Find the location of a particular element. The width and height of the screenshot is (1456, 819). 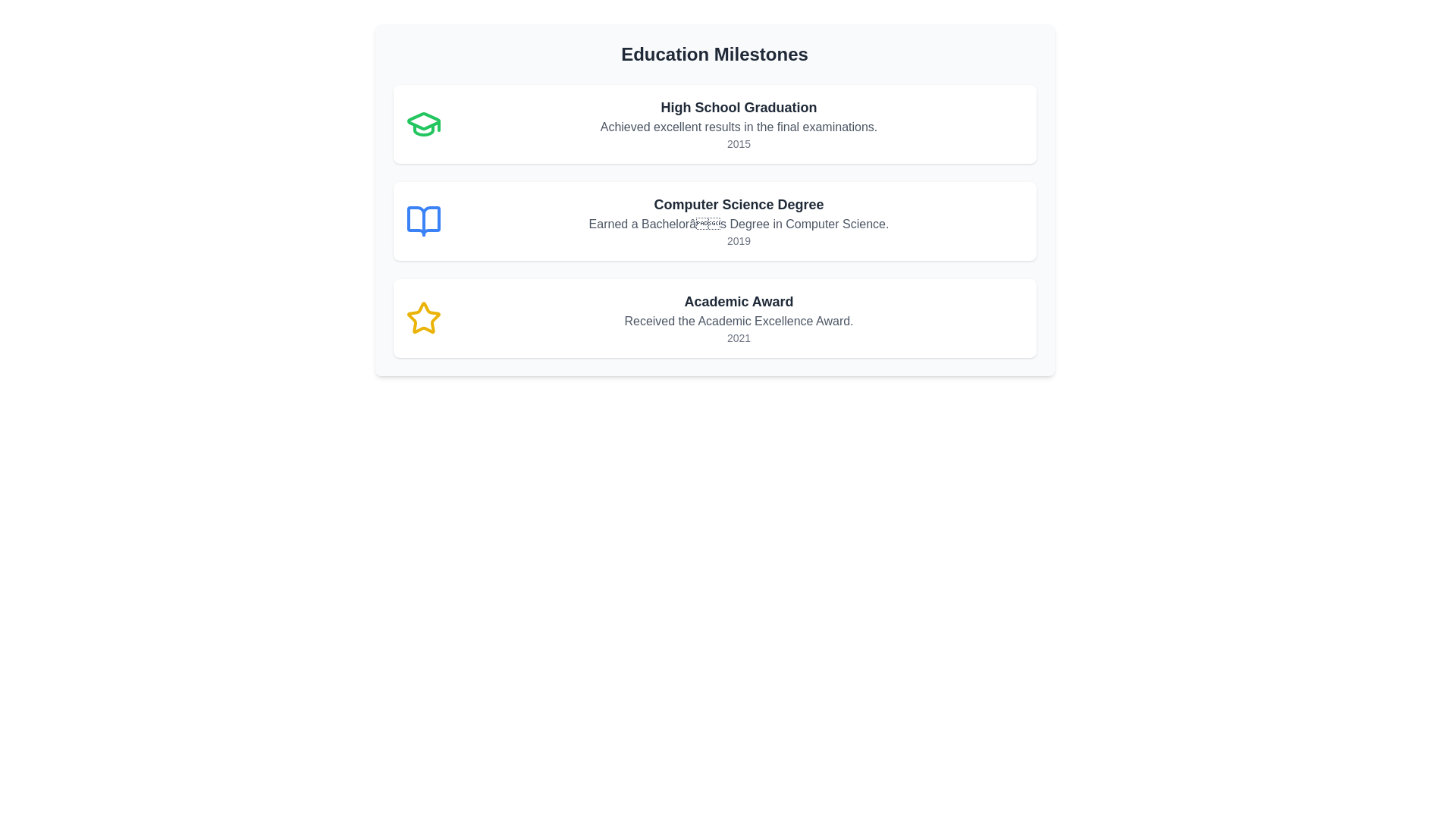

the 'Computer Science Degree' icon in the 'Education Milestones' section, located in the second row and aligned to the left of the text block is located at coordinates (423, 221).